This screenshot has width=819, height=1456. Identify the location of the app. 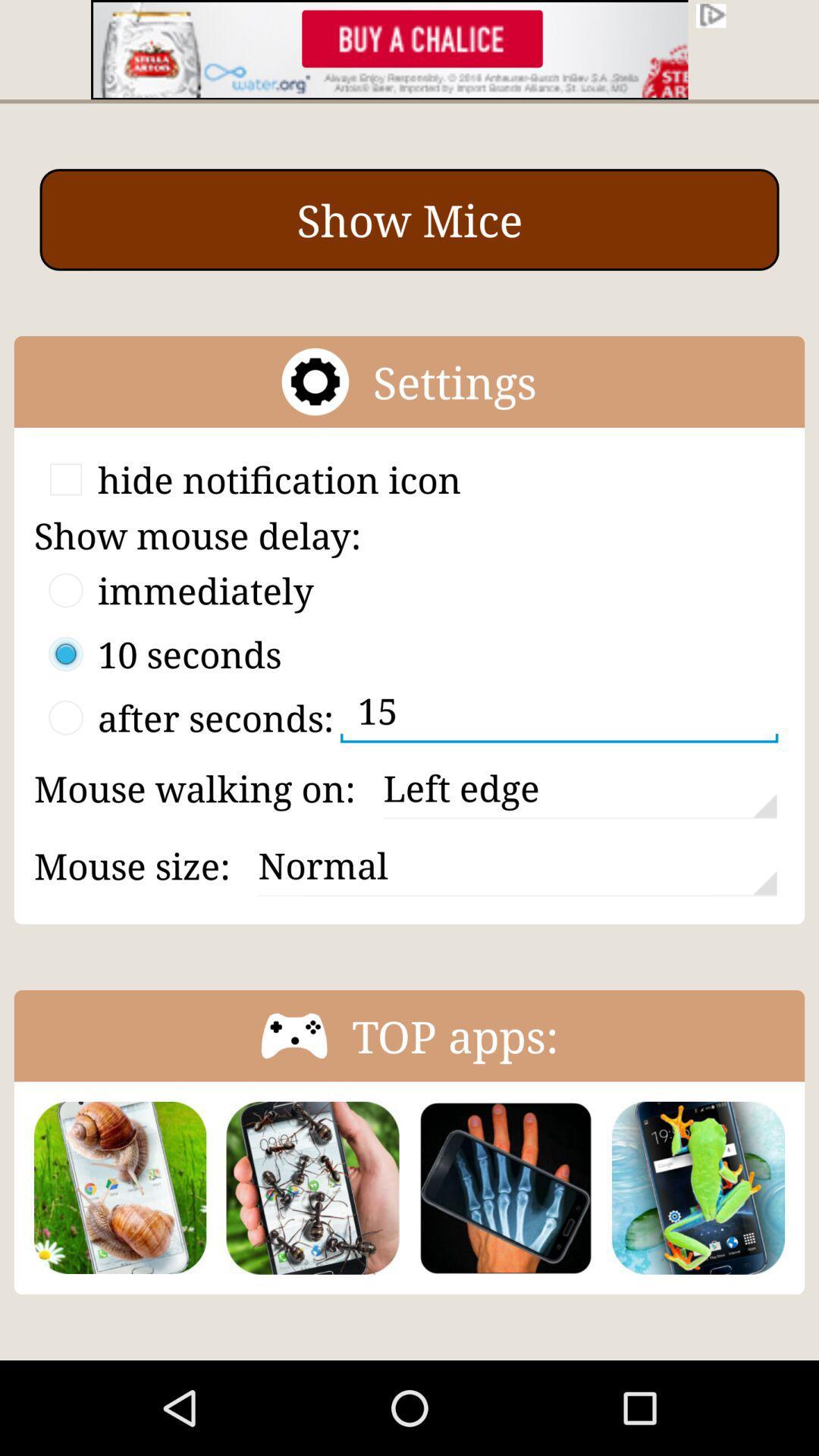
(505, 1187).